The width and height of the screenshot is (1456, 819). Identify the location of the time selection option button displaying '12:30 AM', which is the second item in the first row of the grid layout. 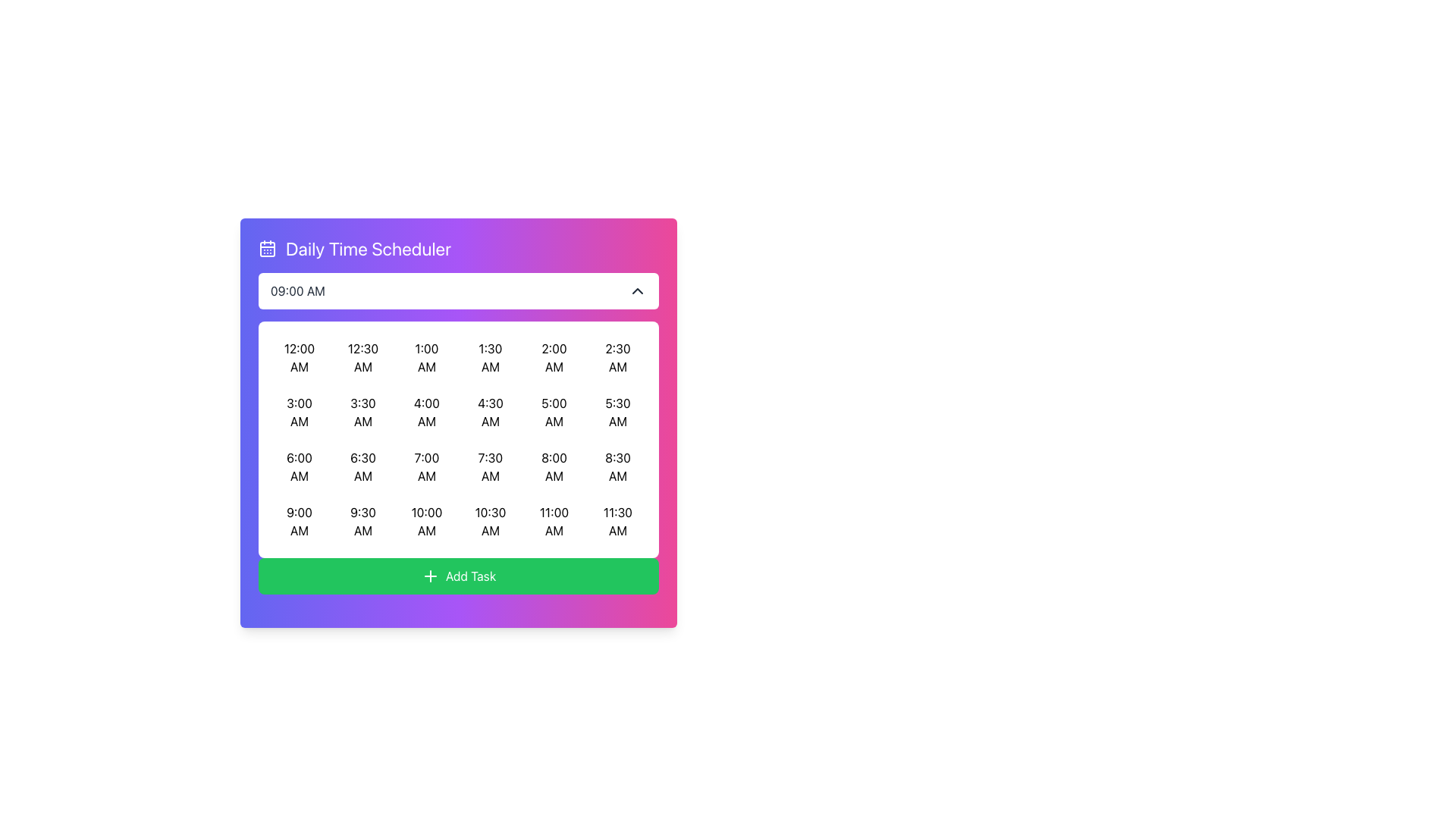
(362, 357).